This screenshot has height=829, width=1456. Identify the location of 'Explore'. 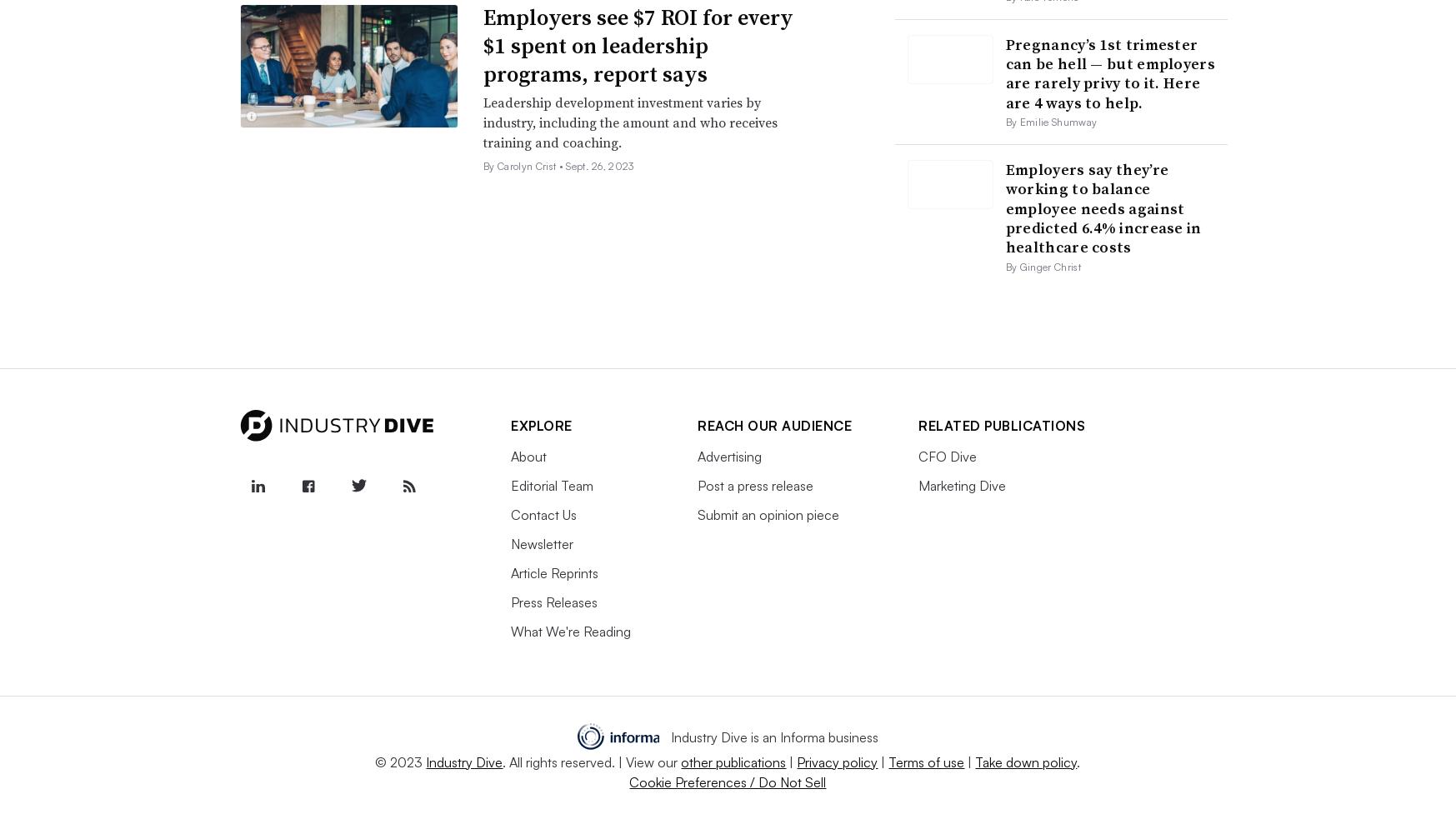
(540, 425).